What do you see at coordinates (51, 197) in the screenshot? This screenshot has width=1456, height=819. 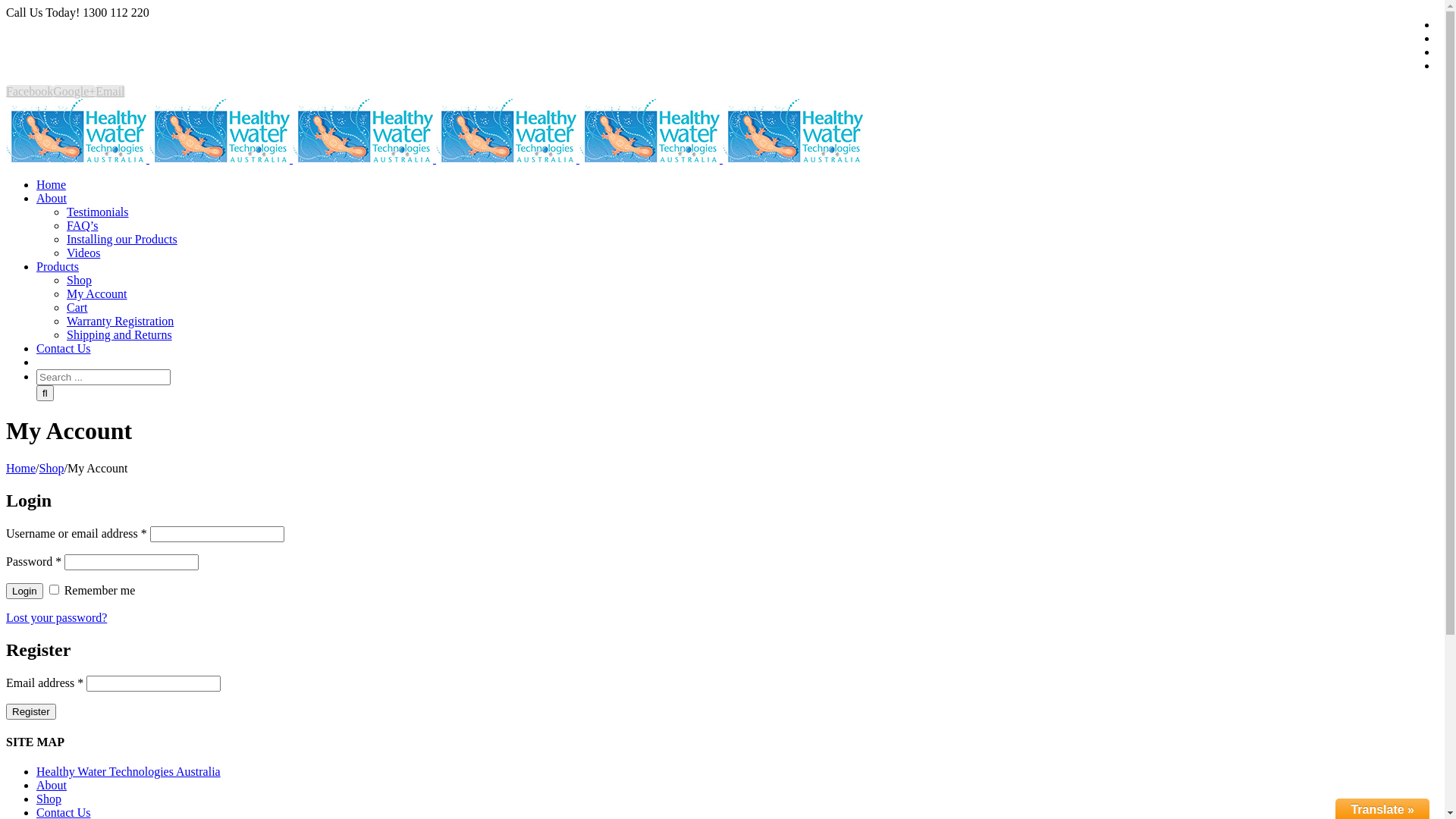 I see `'About'` at bounding box center [51, 197].